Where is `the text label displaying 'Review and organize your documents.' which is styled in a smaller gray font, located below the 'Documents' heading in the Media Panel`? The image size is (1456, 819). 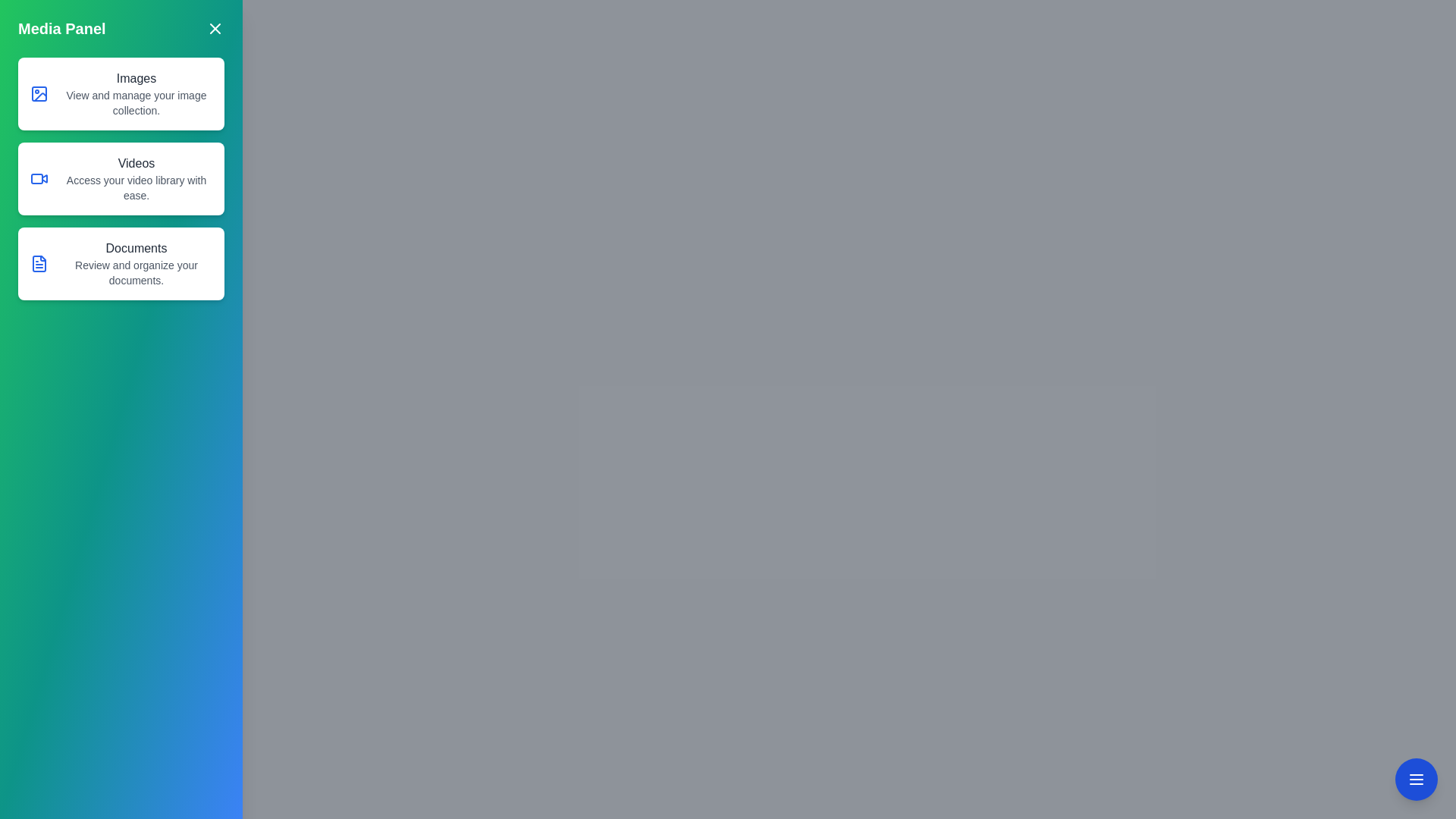
the text label displaying 'Review and organize your documents.' which is styled in a smaller gray font, located below the 'Documents' heading in the Media Panel is located at coordinates (136, 271).